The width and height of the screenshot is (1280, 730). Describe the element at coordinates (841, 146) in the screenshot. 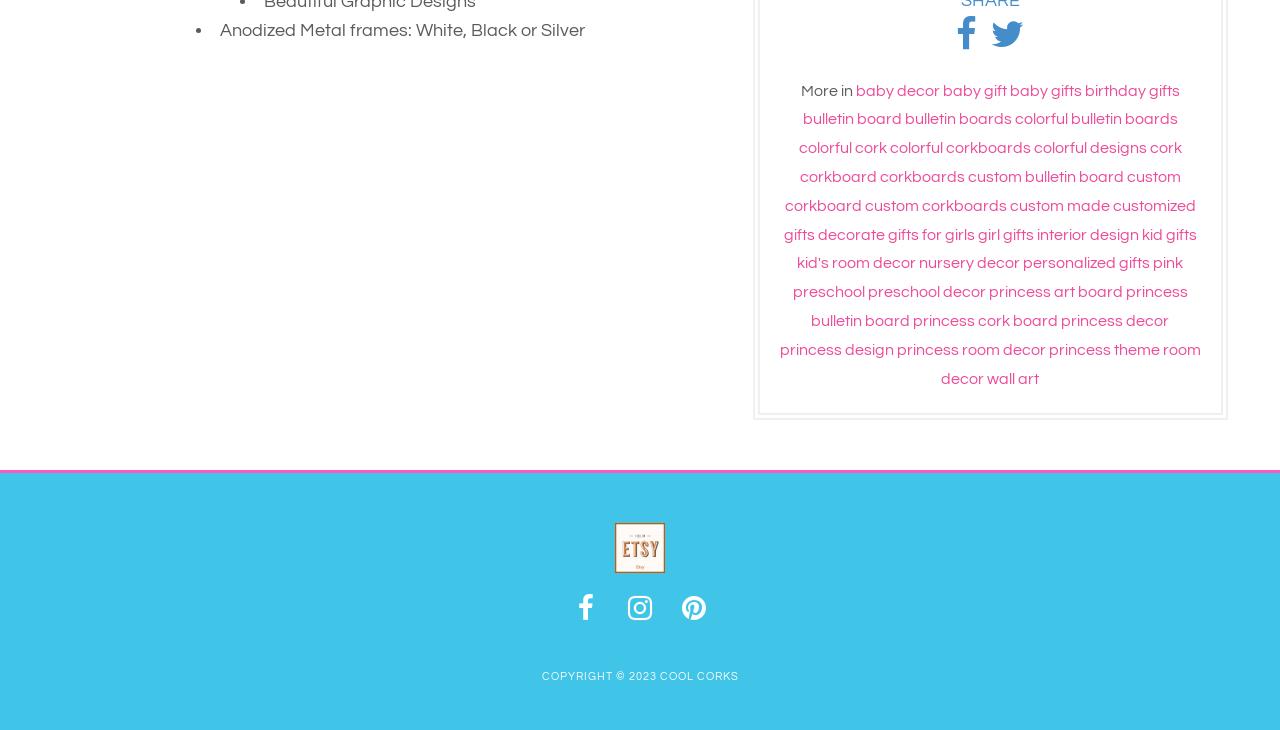

I see `'colorful cork'` at that location.